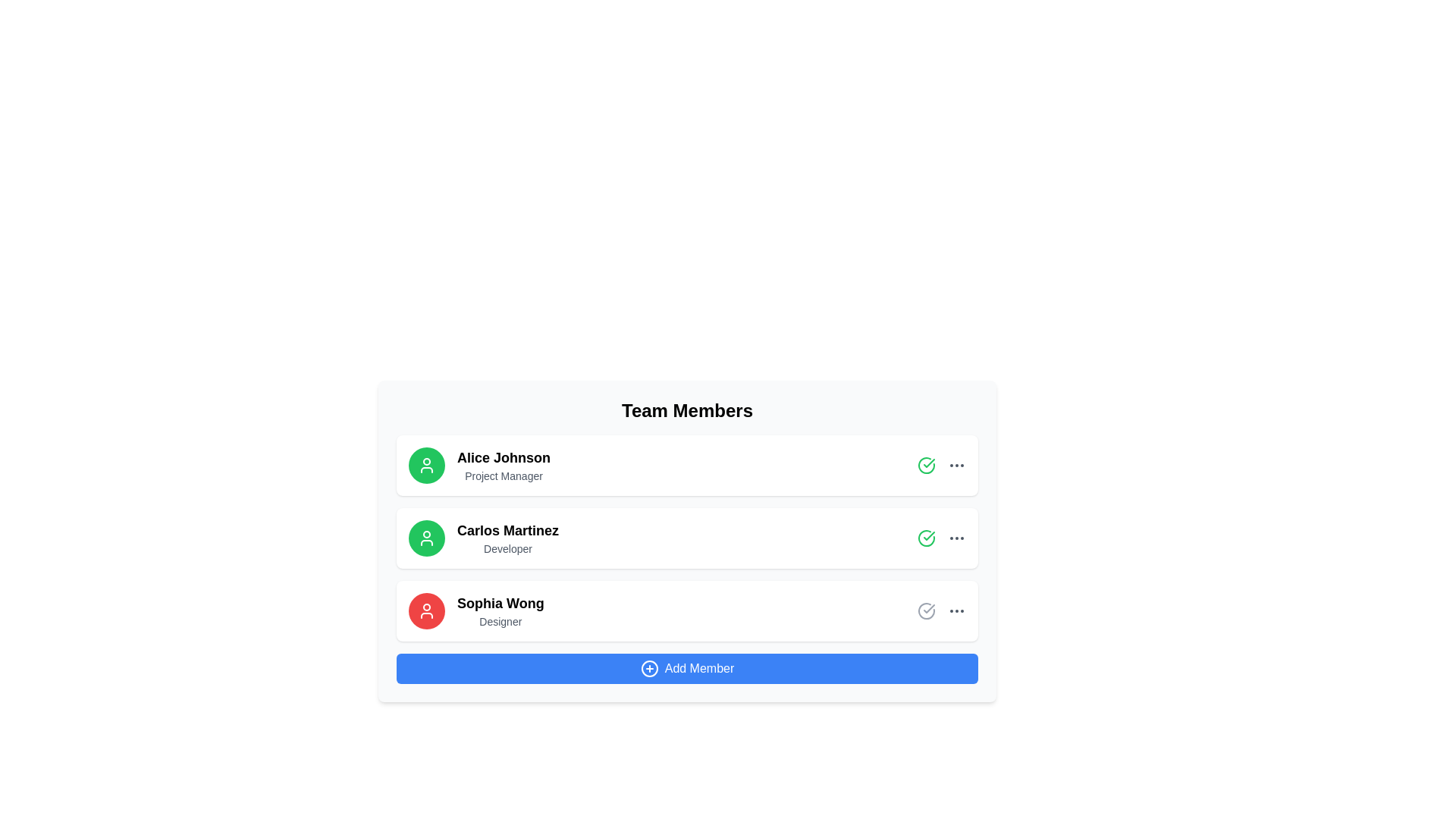 The width and height of the screenshot is (1456, 819). What do you see at coordinates (508, 537) in the screenshot?
I see `text displayed for the member 'Carlos Martinez', who is identified as a developer, located in the second row of the vertical list of members` at bounding box center [508, 537].